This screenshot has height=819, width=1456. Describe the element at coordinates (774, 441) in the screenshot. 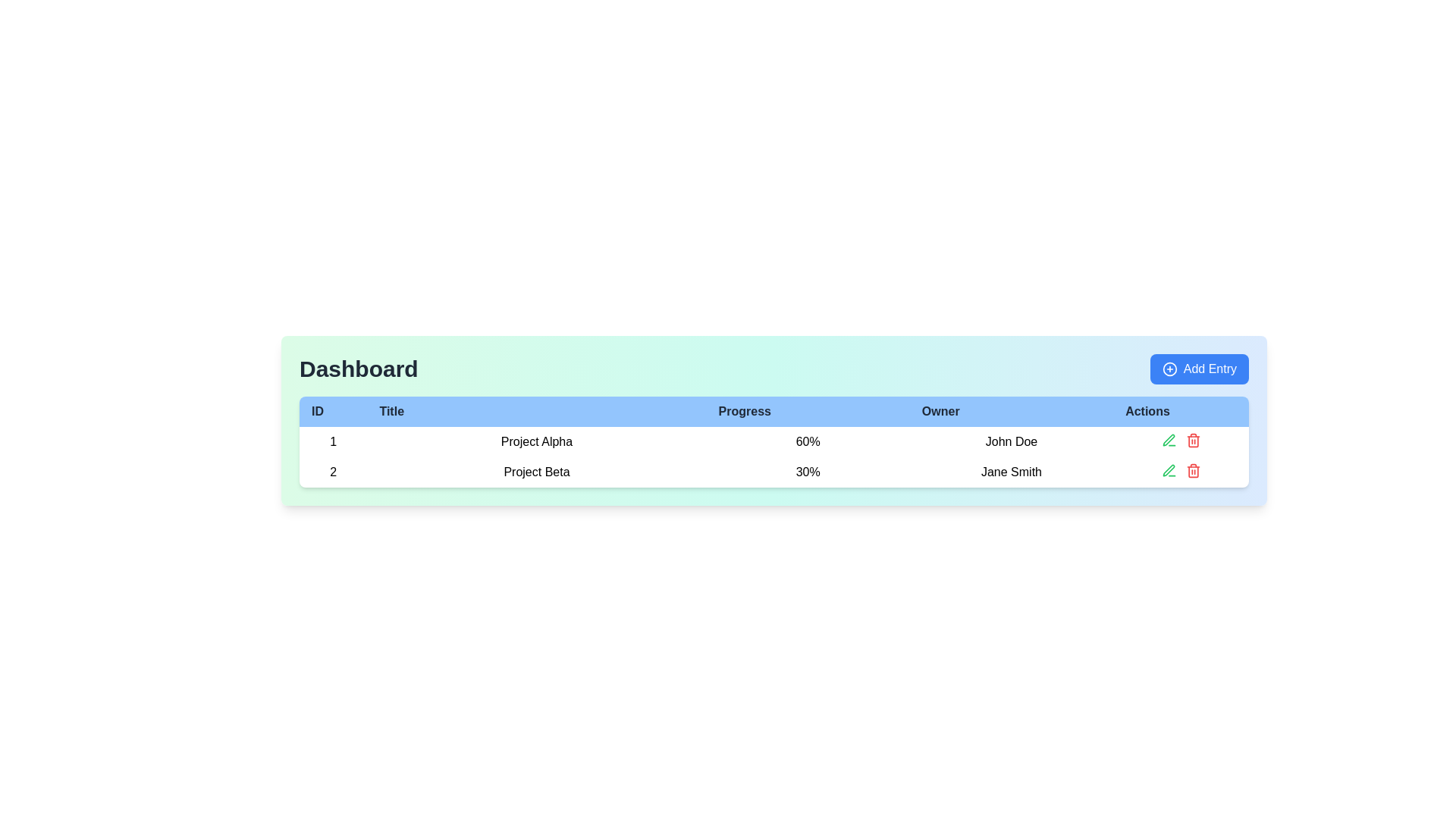

I see `the first row of the project management dashboard data table, which displays project details including ID, title, progress, owner, and actions` at that location.